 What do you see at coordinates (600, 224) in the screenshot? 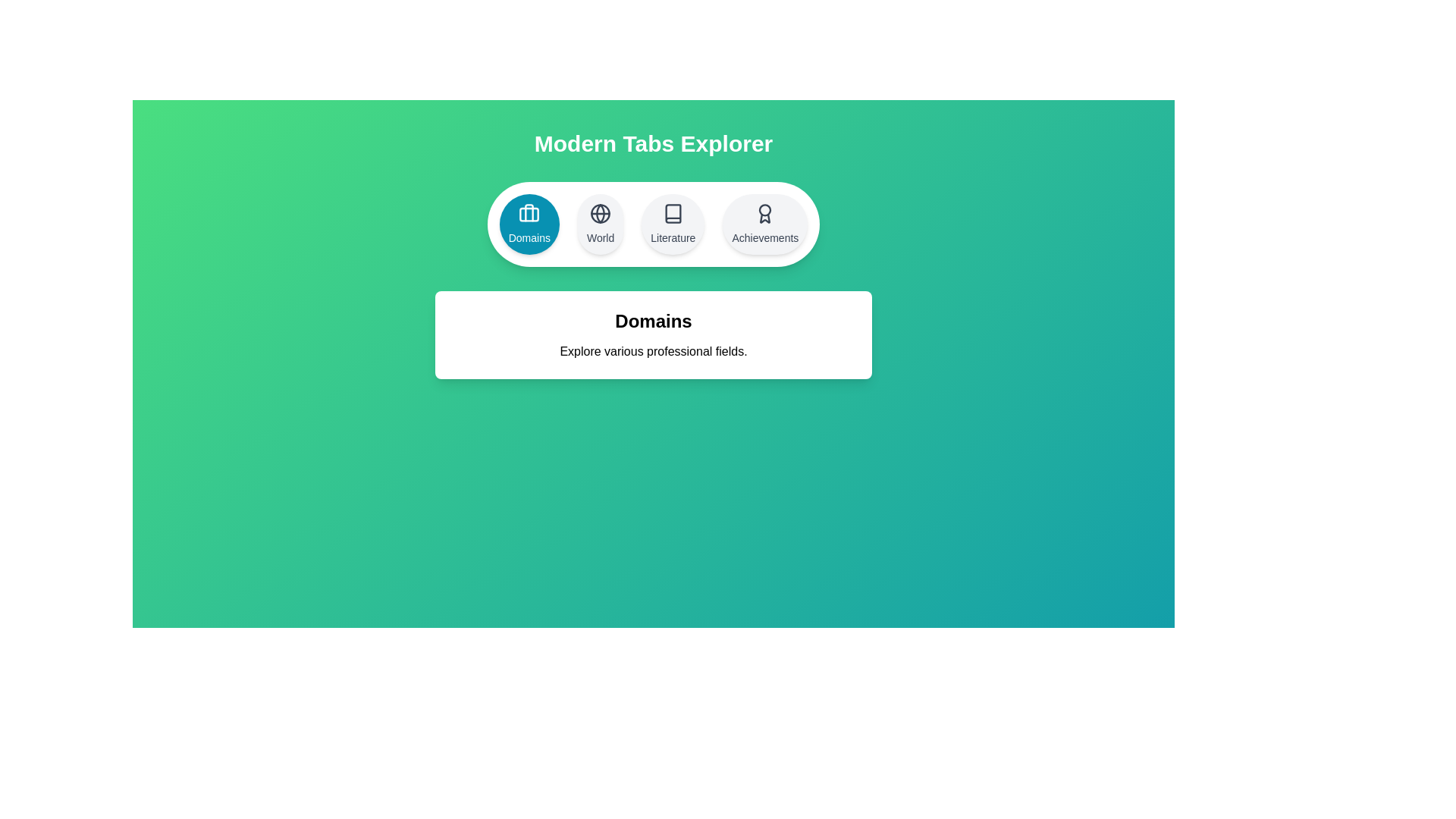
I see `the tab labeled World` at bounding box center [600, 224].